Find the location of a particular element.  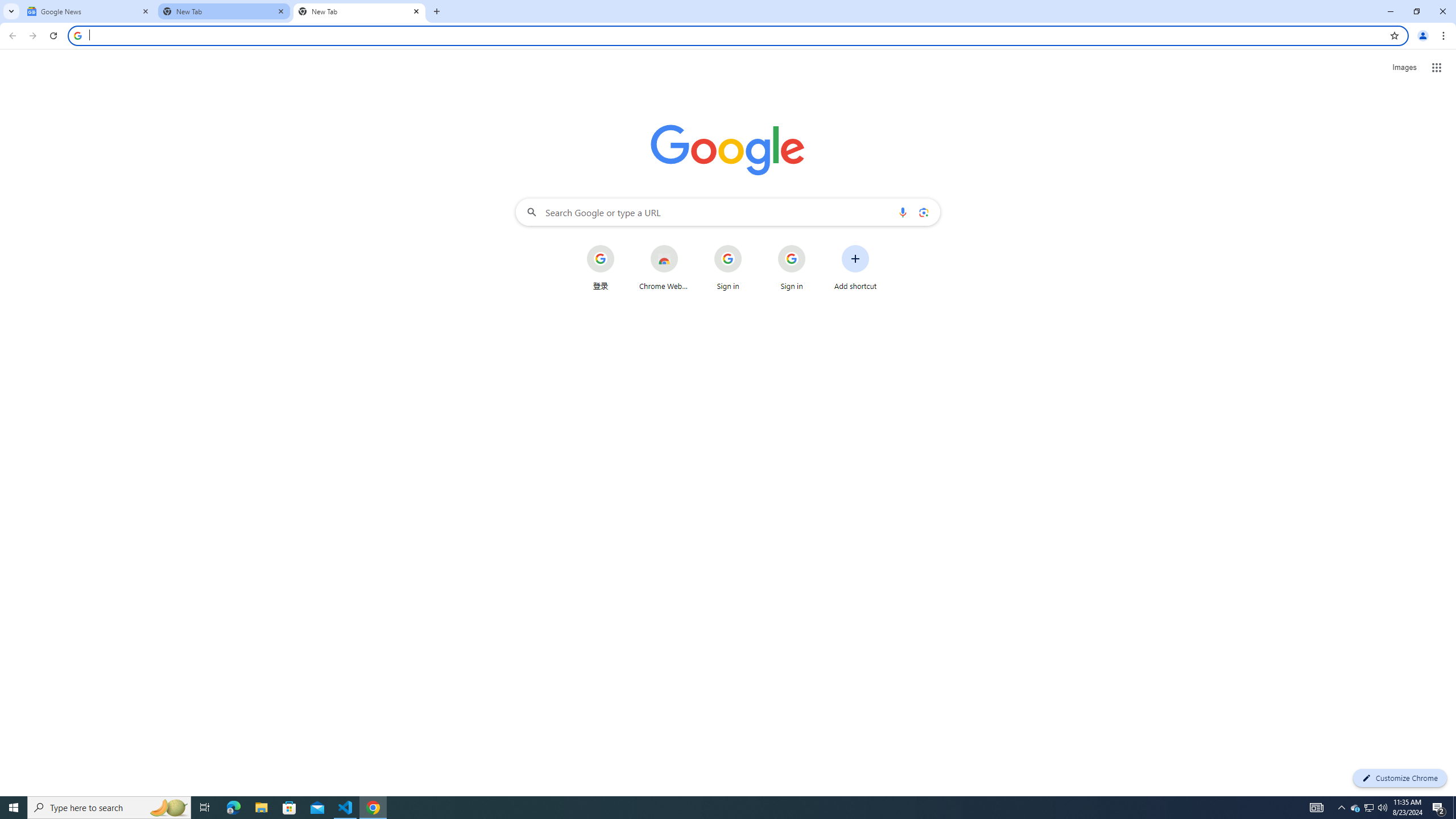

'Search by voice' is located at coordinates (902, 211).